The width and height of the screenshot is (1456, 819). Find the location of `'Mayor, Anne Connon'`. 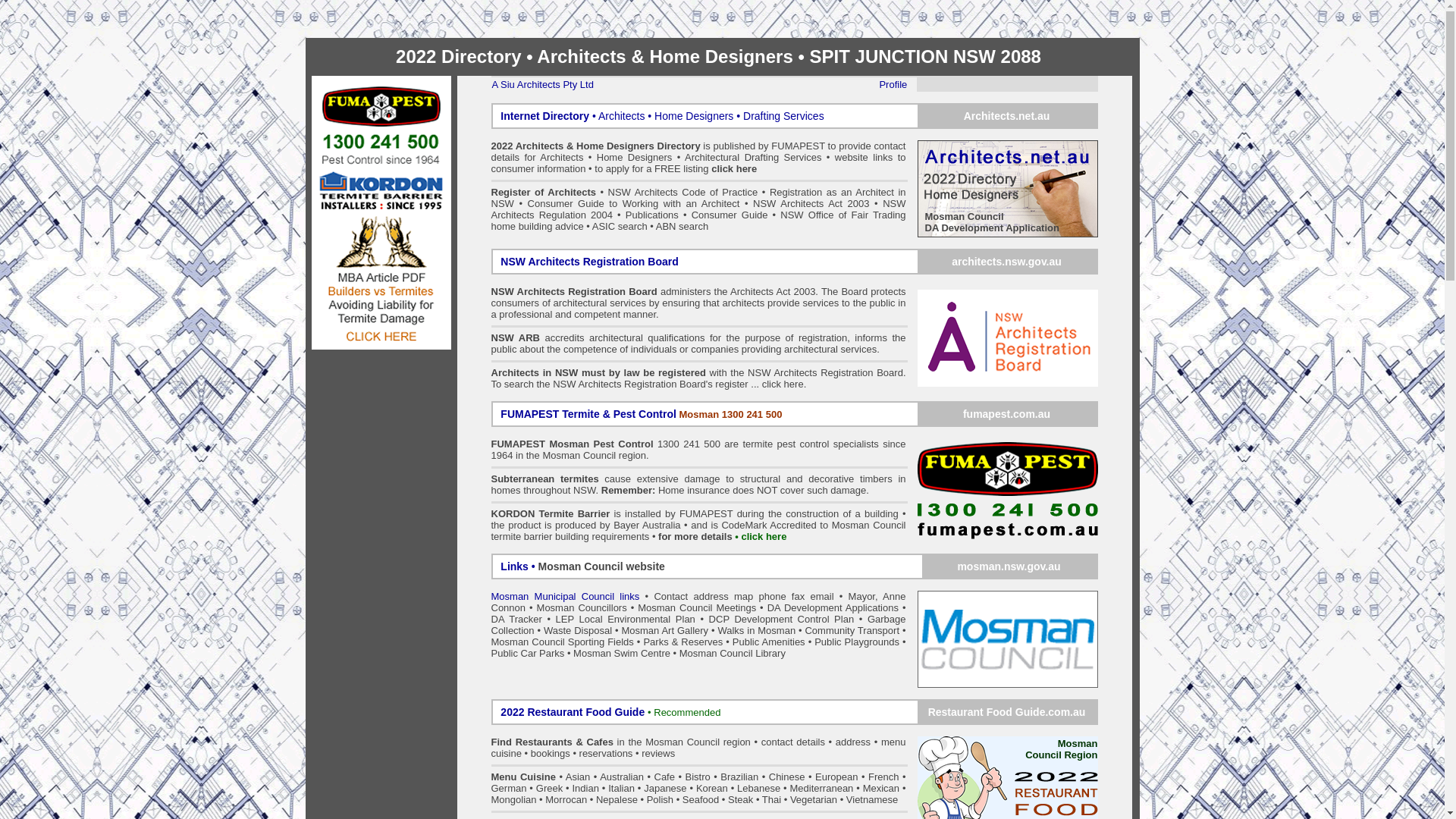

'Mayor, Anne Connon' is located at coordinates (698, 601).